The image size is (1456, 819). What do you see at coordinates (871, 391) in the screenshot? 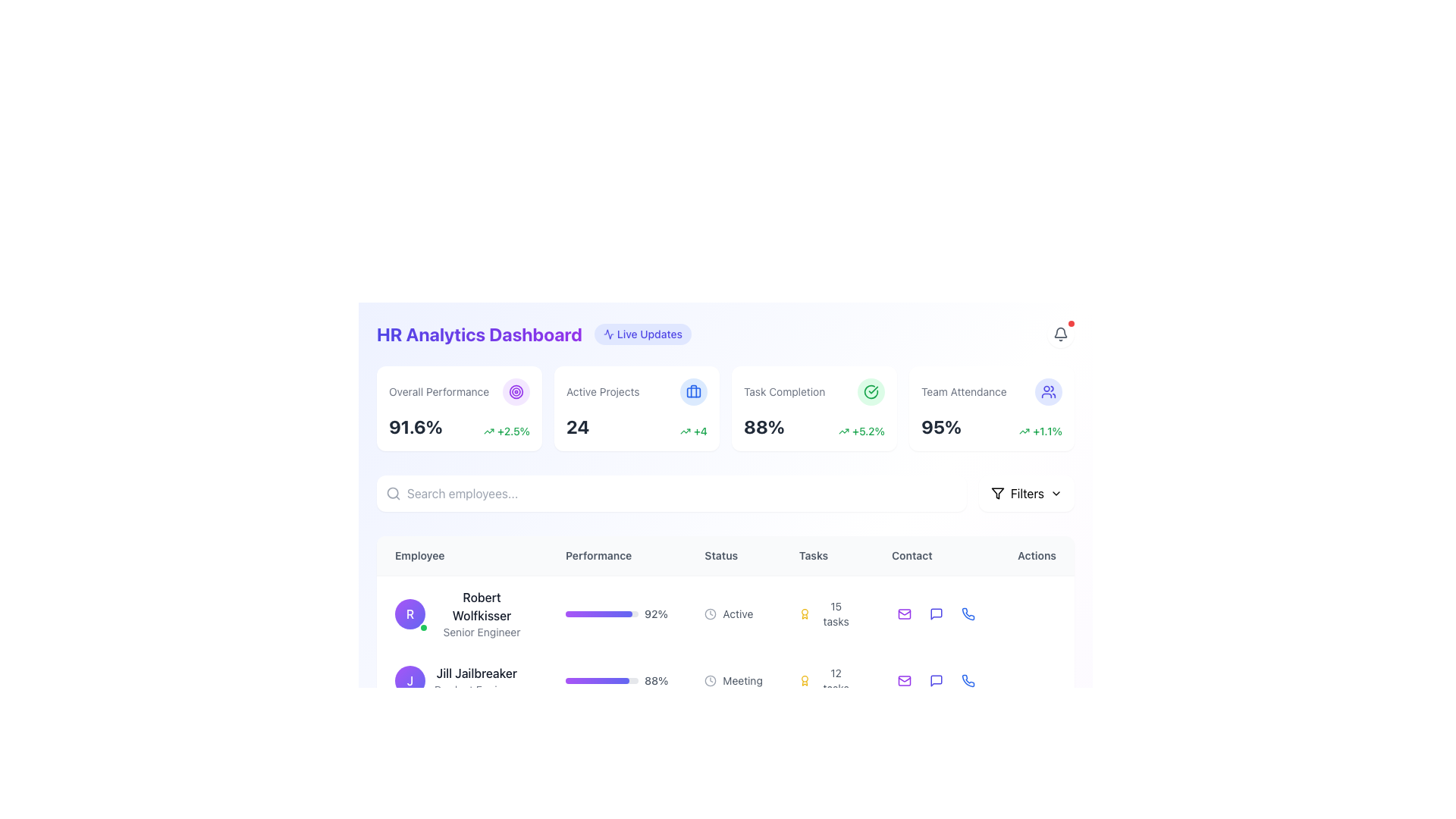
I see `the status indicator icon located on the right side of the 'Task Completion' label in the dashboard, which visually confirms the completion of a task` at bounding box center [871, 391].